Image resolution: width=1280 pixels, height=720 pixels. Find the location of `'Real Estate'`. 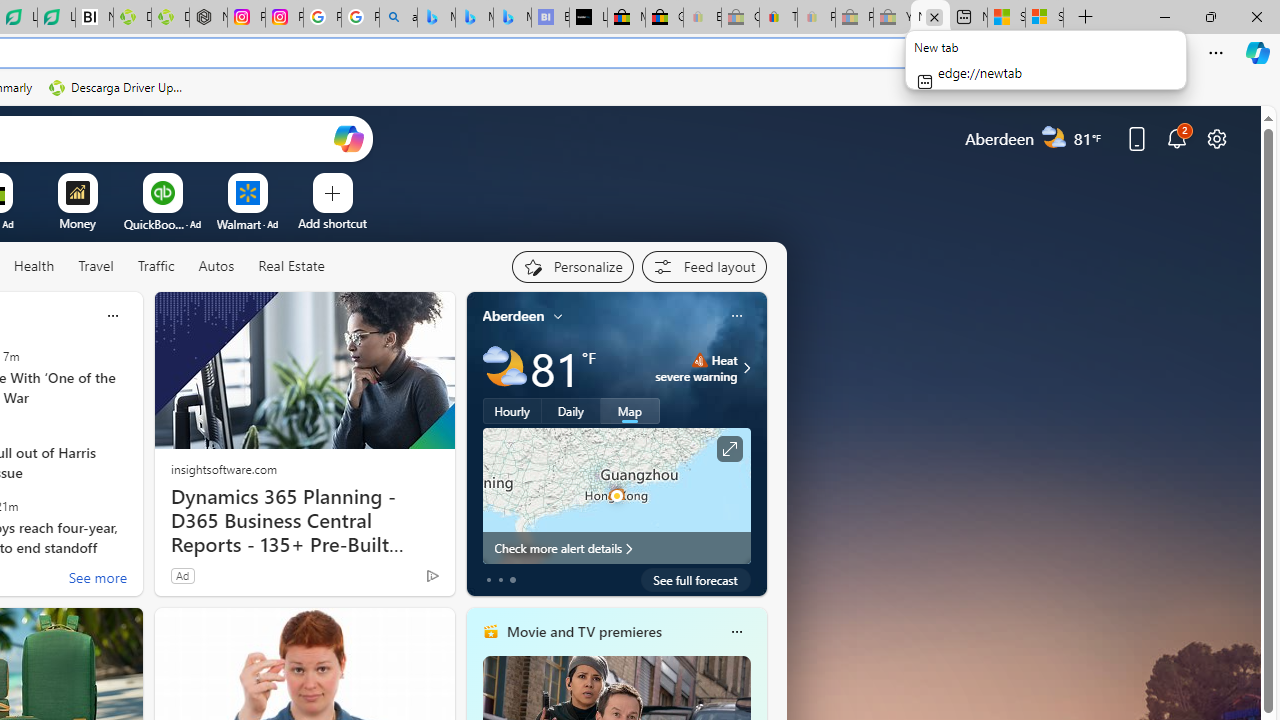

'Real Estate' is located at coordinates (290, 266).